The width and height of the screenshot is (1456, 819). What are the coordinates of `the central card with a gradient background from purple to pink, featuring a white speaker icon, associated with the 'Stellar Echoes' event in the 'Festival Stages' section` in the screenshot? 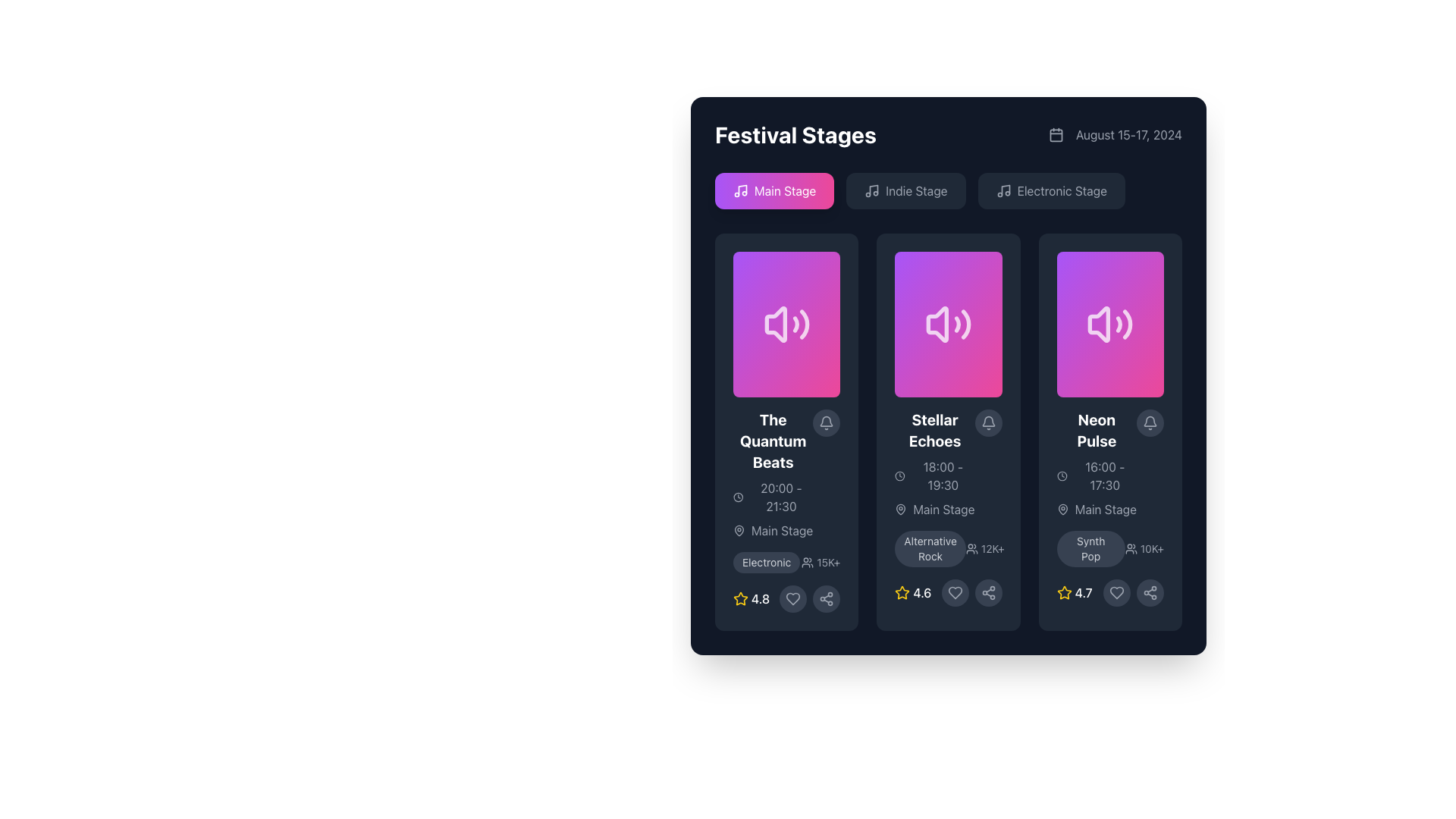 It's located at (948, 324).